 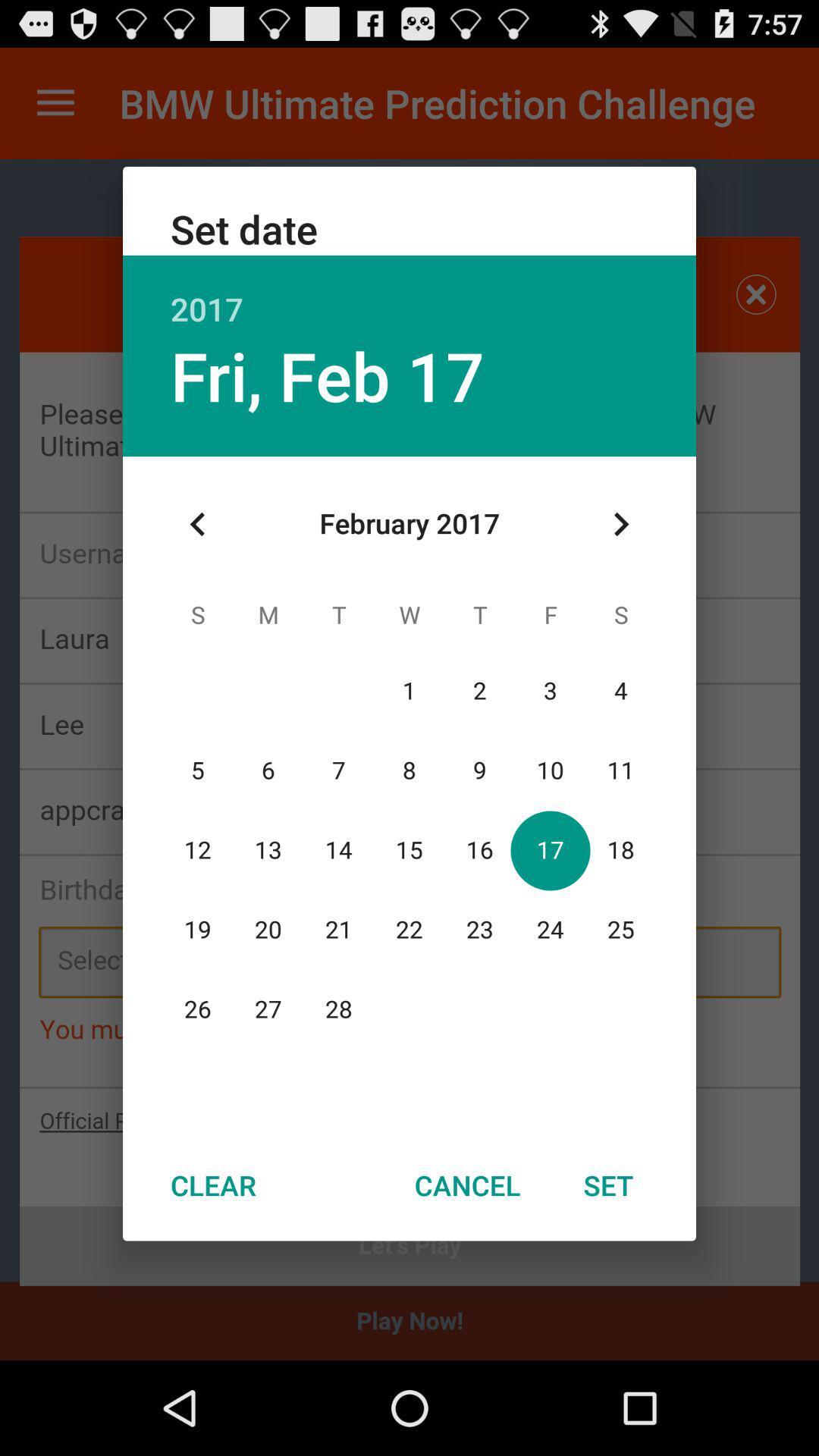 I want to click on item next to clear item, so click(x=466, y=1185).